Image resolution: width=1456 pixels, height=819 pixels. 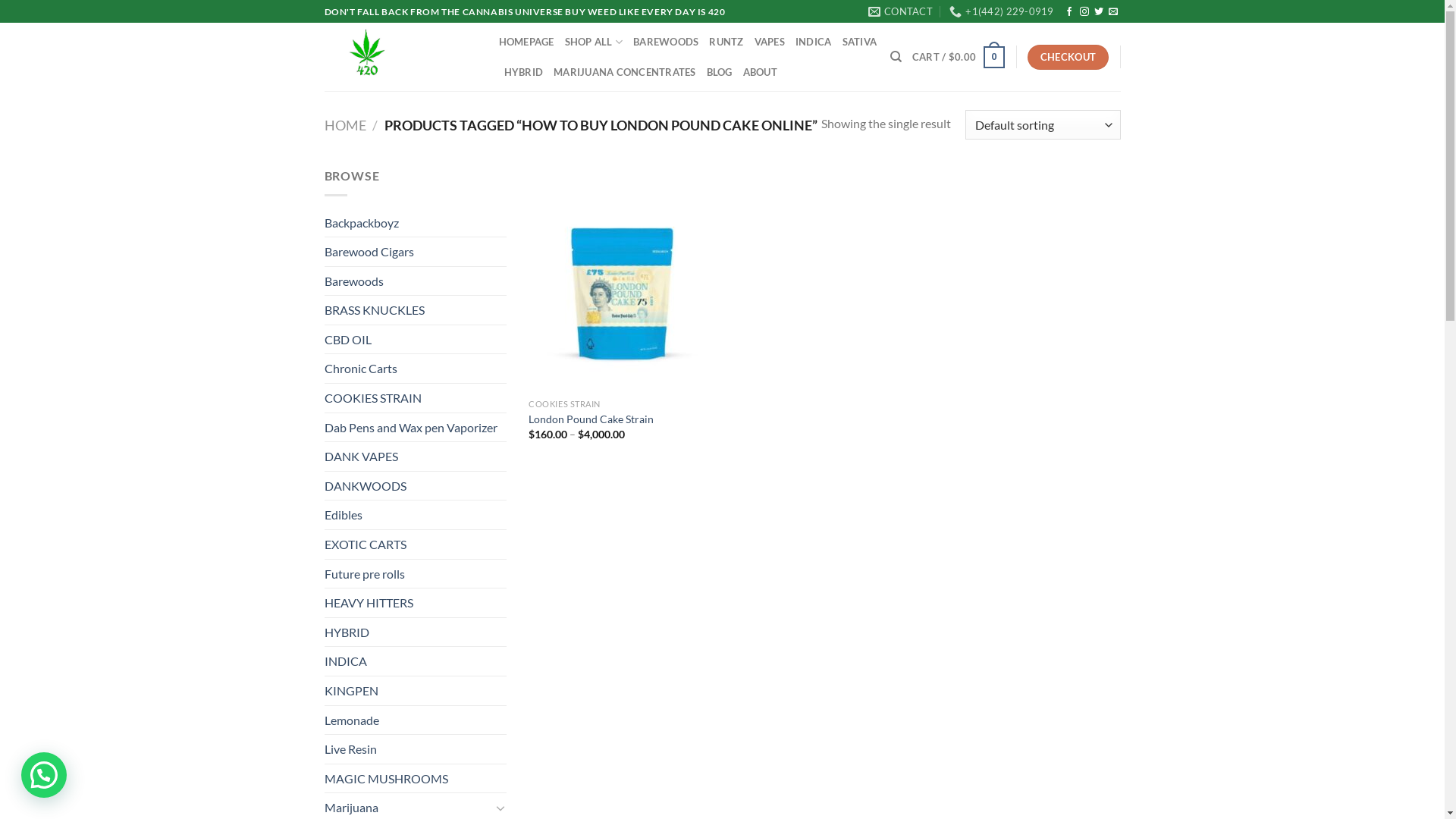 What do you see at coordinates (523, 72) in the screenshot?
I see `'HYBRID'` at bounding box center [523, 72].